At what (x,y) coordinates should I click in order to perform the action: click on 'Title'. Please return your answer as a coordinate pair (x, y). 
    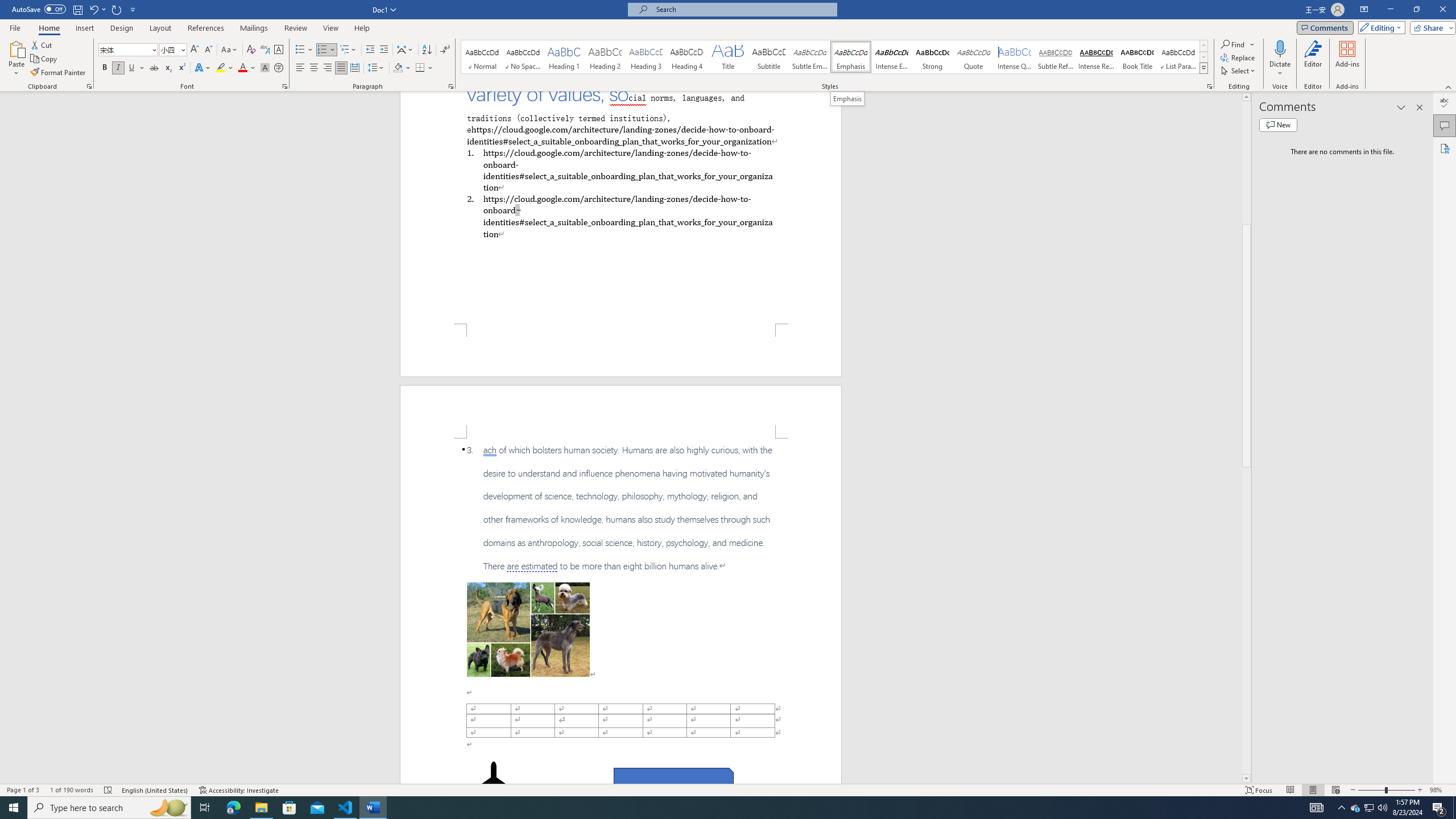
    Looking at the image, I should click on (728, 56).